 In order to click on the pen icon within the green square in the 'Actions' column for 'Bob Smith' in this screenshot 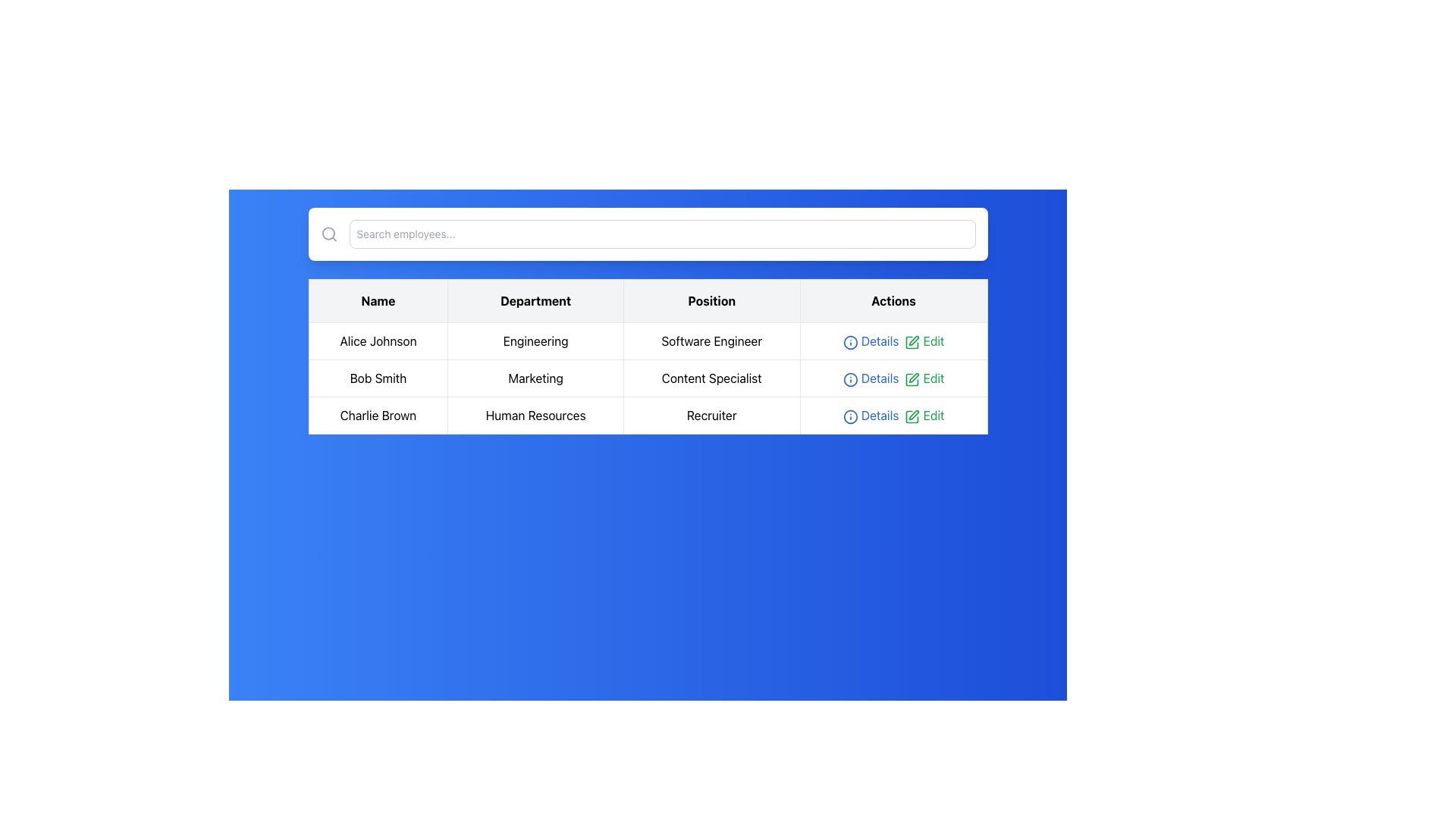, I will do `click(912, 378)`.